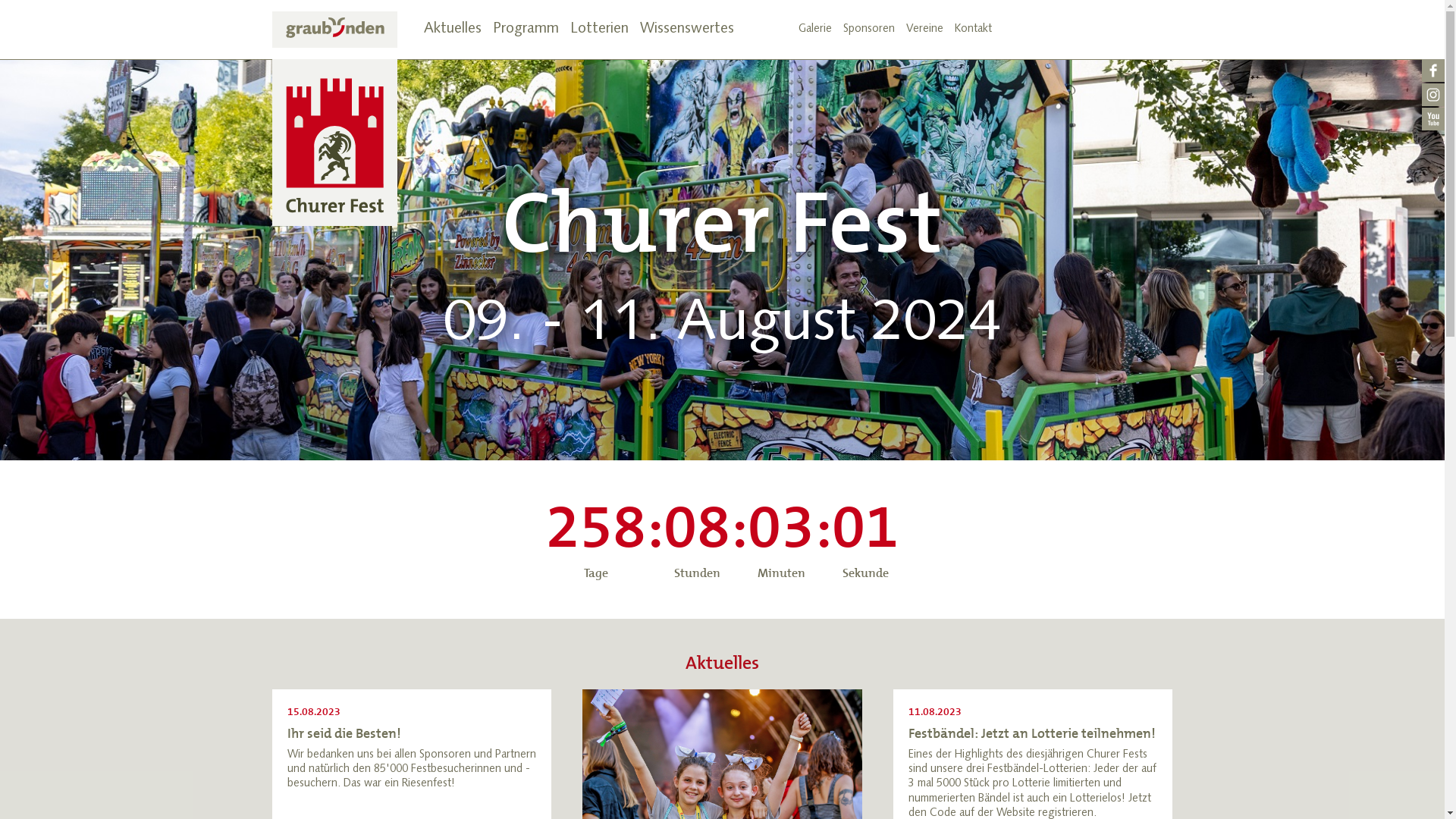 This screenshot has width=1456, height=819. I want to click on 'Wissenswertes', so click(686, 29).